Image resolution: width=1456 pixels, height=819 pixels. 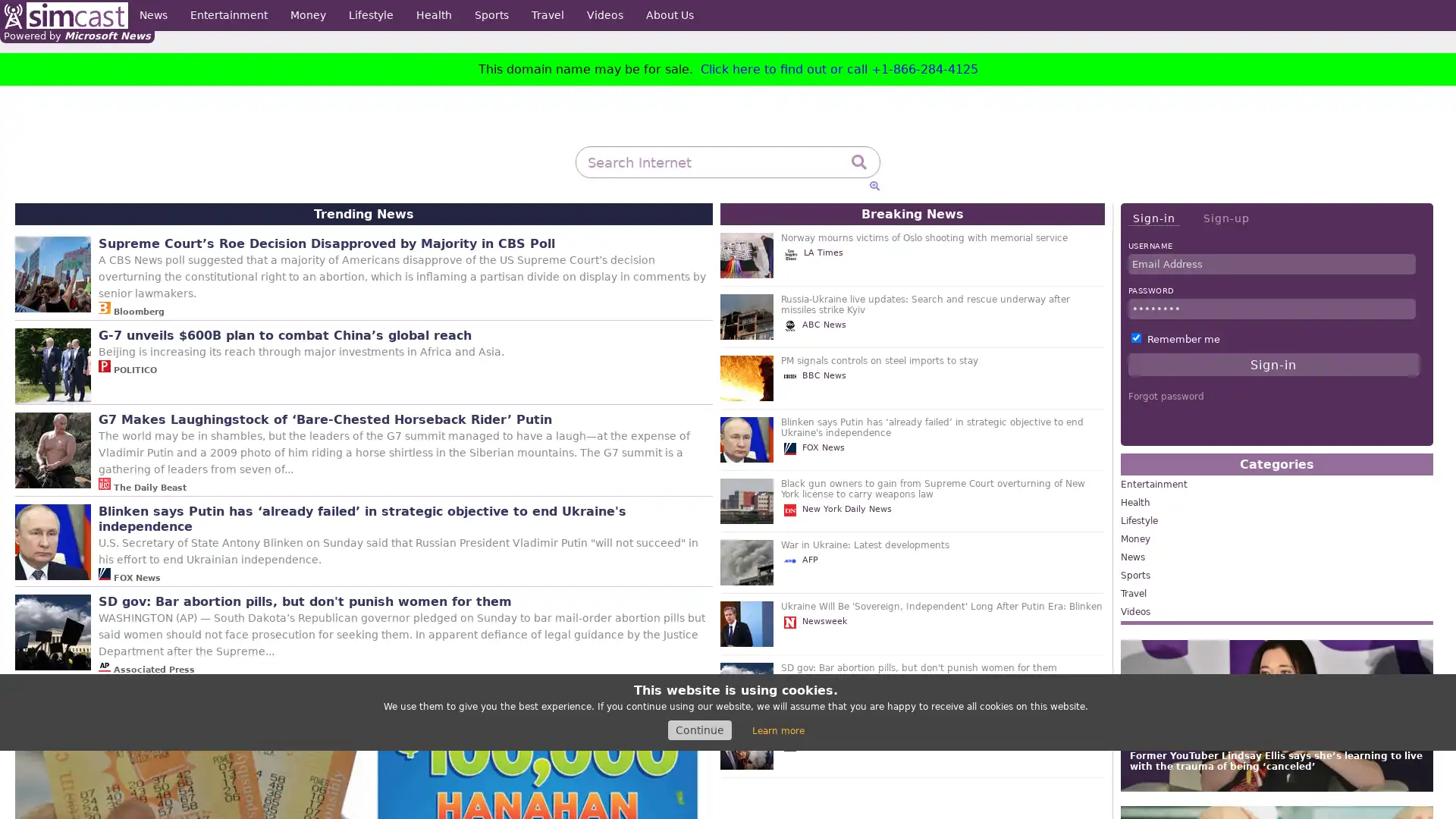 What do you see at coordinates (698, 730) in the screenshot?
I see `Continue` at bounding box center [698, 730].